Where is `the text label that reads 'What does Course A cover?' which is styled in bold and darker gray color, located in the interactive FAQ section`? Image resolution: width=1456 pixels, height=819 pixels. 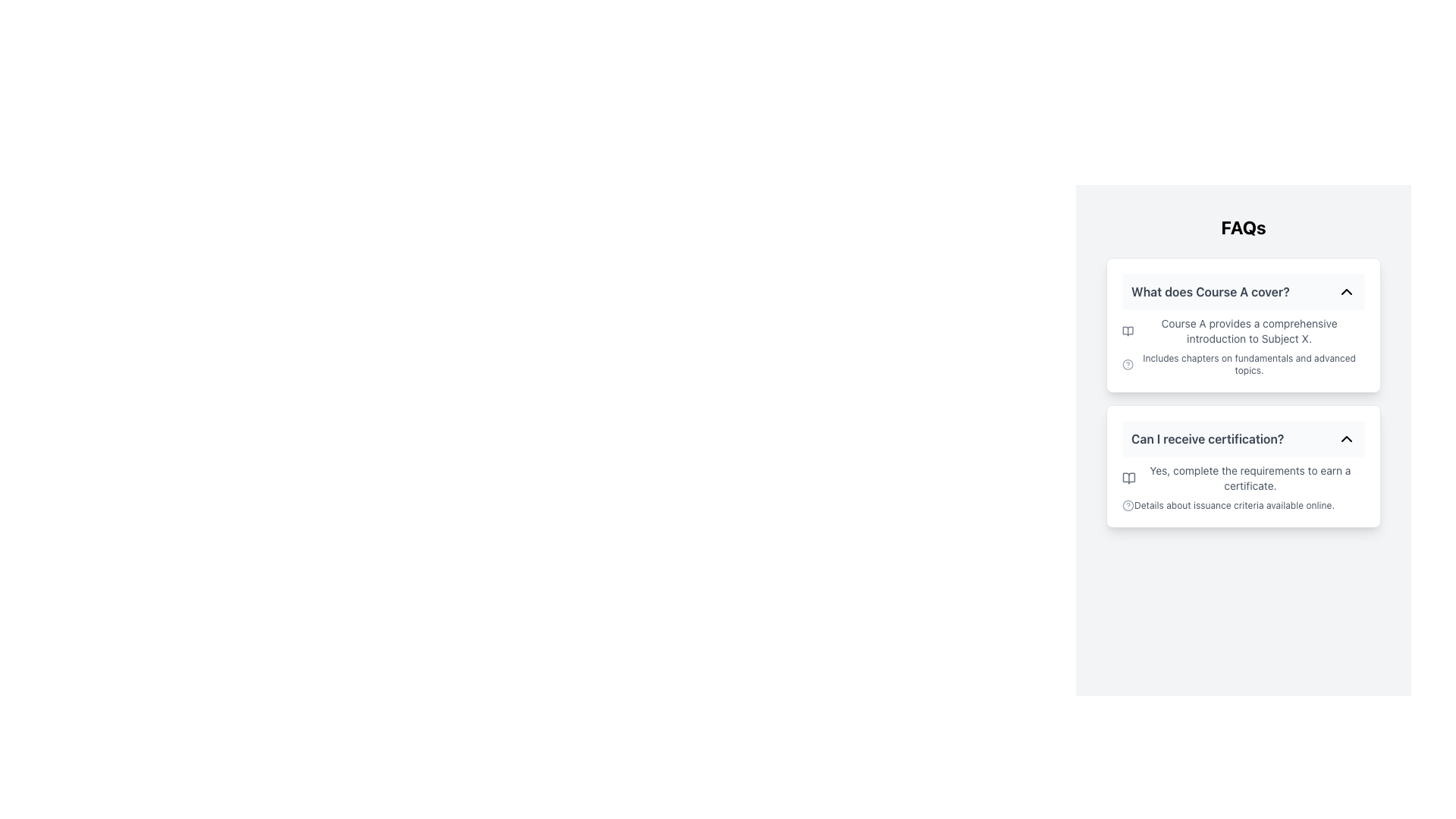 the text label that reads 'What does Course A cover?' which is styled in bold and darker gray color, located in the interactive FAQ section is located at coordinates (1210, 292).